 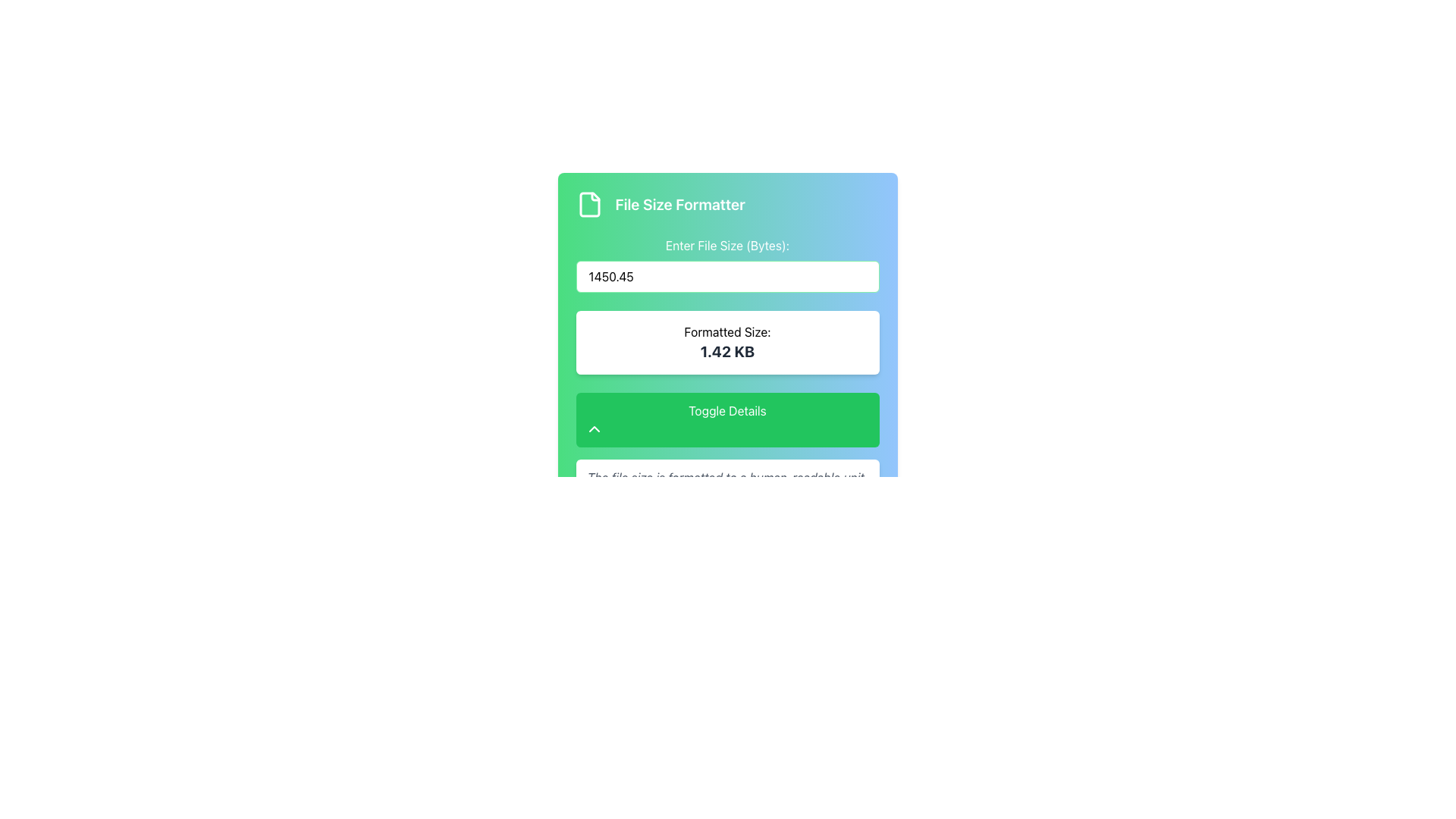 What do you see at coordinates (726, 342) in the screenshot?
I see `the Static Text Display that shows 'Formatted Size:' and '1.42 KB'` at bounding box center [726, 342].